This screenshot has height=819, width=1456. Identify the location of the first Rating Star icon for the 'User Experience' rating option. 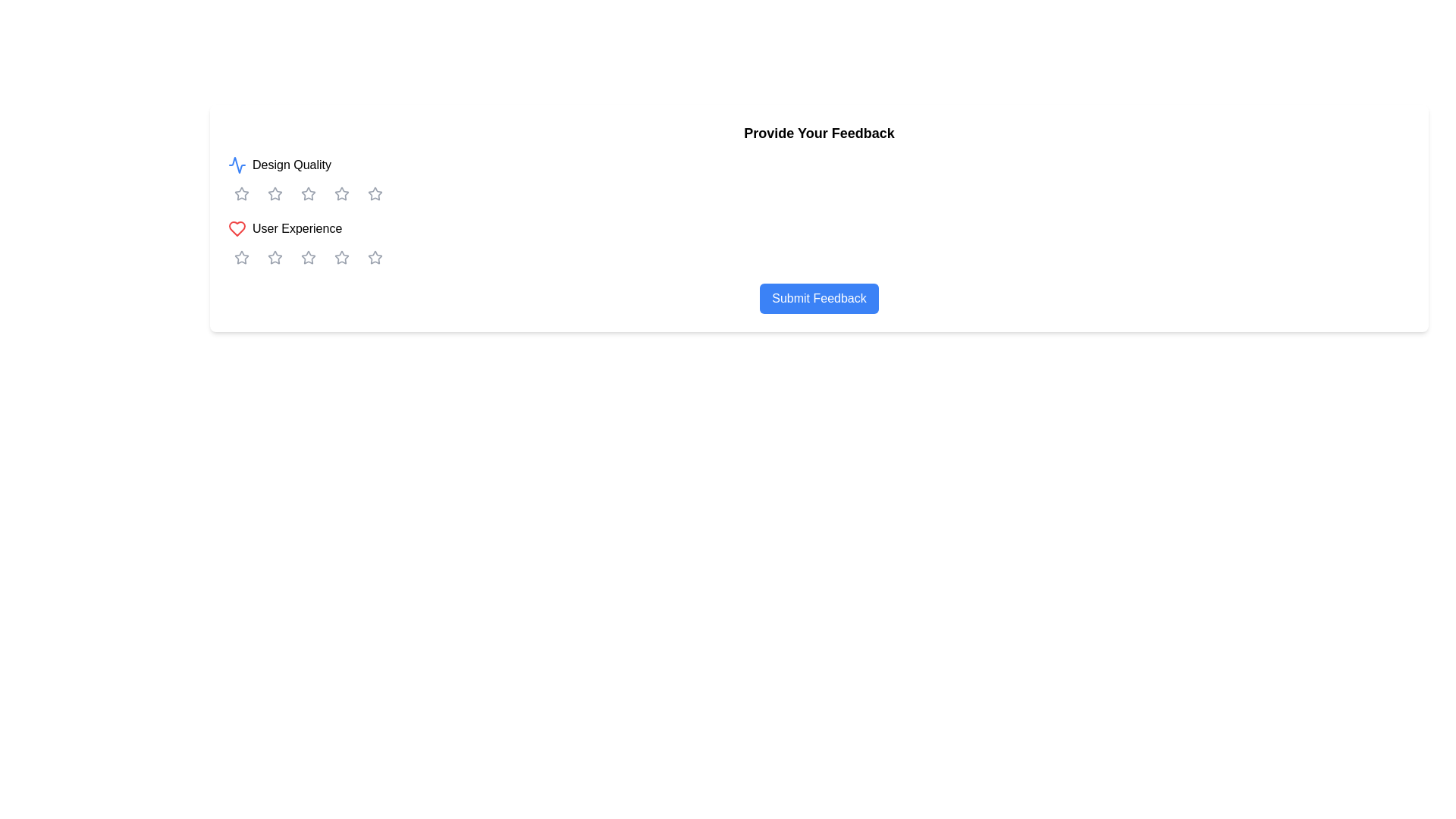
(240, 256).